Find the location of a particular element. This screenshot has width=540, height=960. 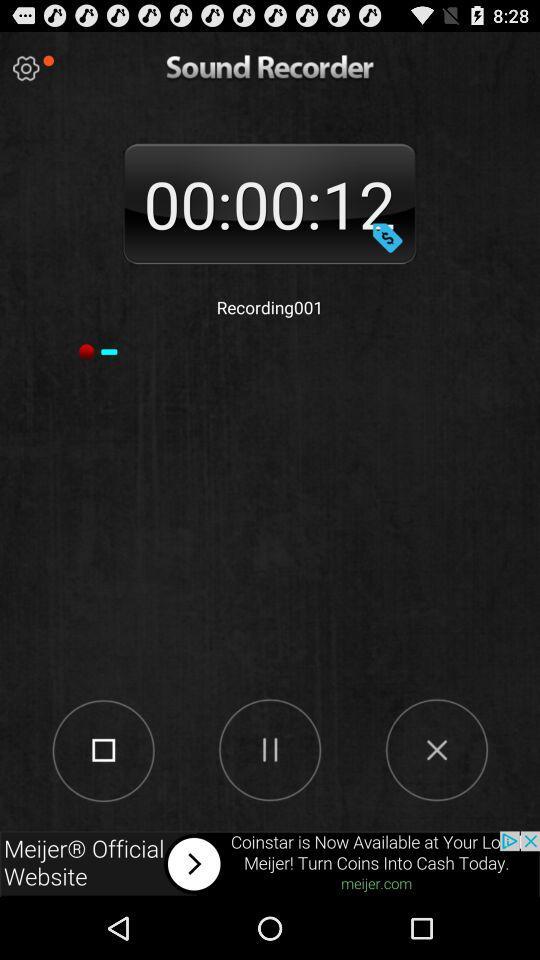

the settings icon is located at coordinates (25, 73).